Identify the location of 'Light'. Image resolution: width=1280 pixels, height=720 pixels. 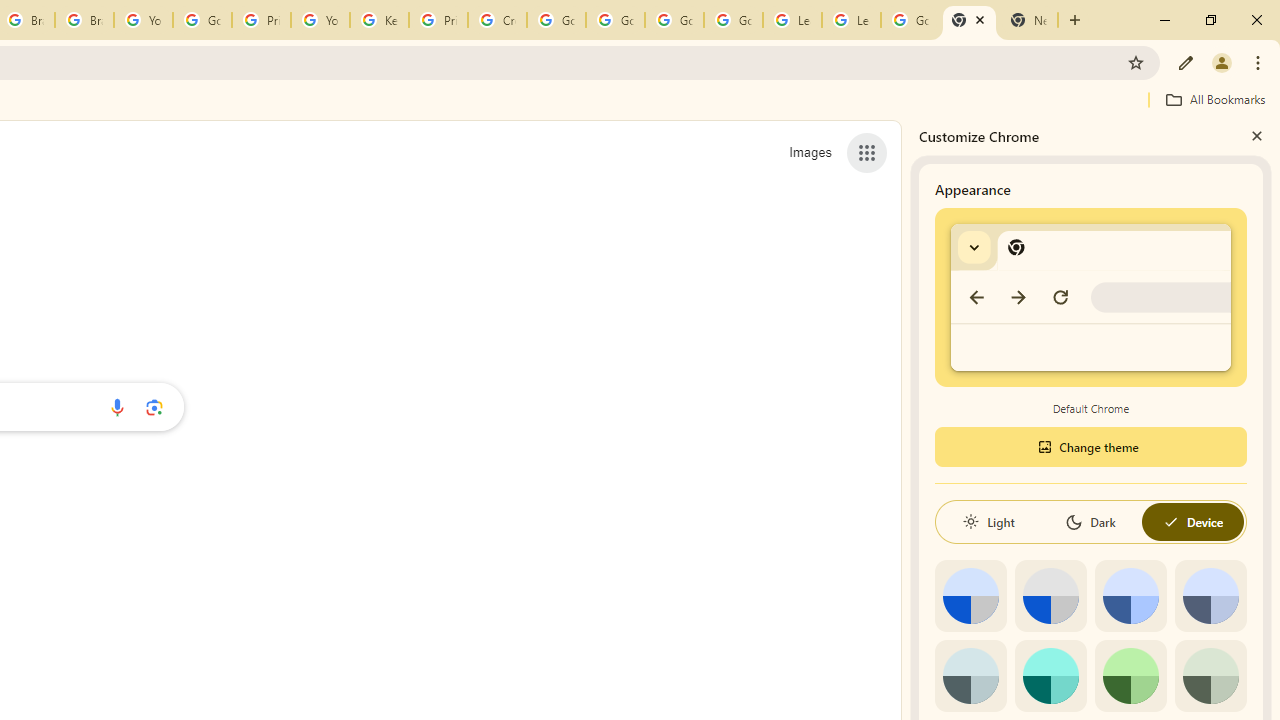
(988, 521).